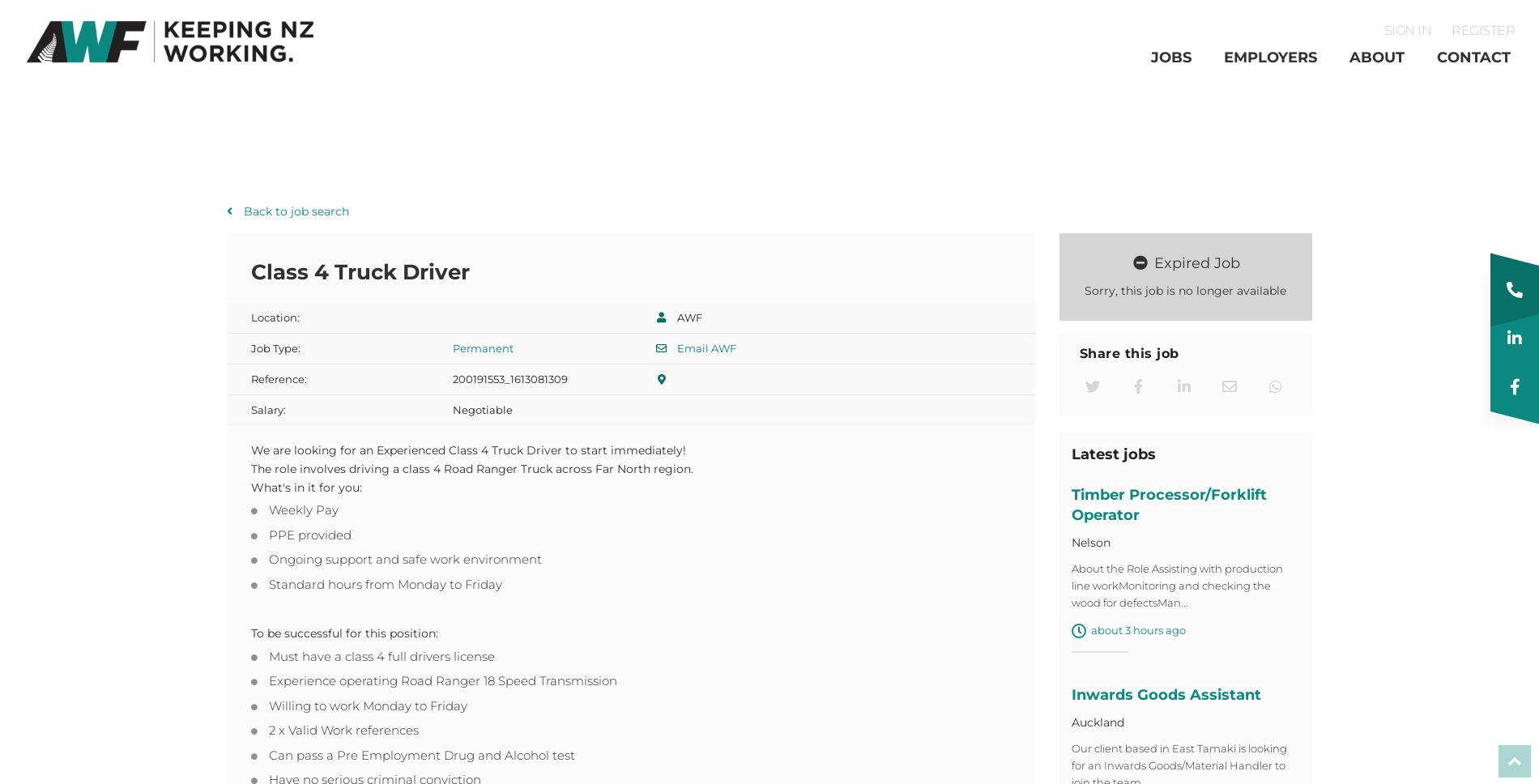  Describe the element at coordinates (303, 513) in the screenshot. I see `'Weekly Pay'` at that location.